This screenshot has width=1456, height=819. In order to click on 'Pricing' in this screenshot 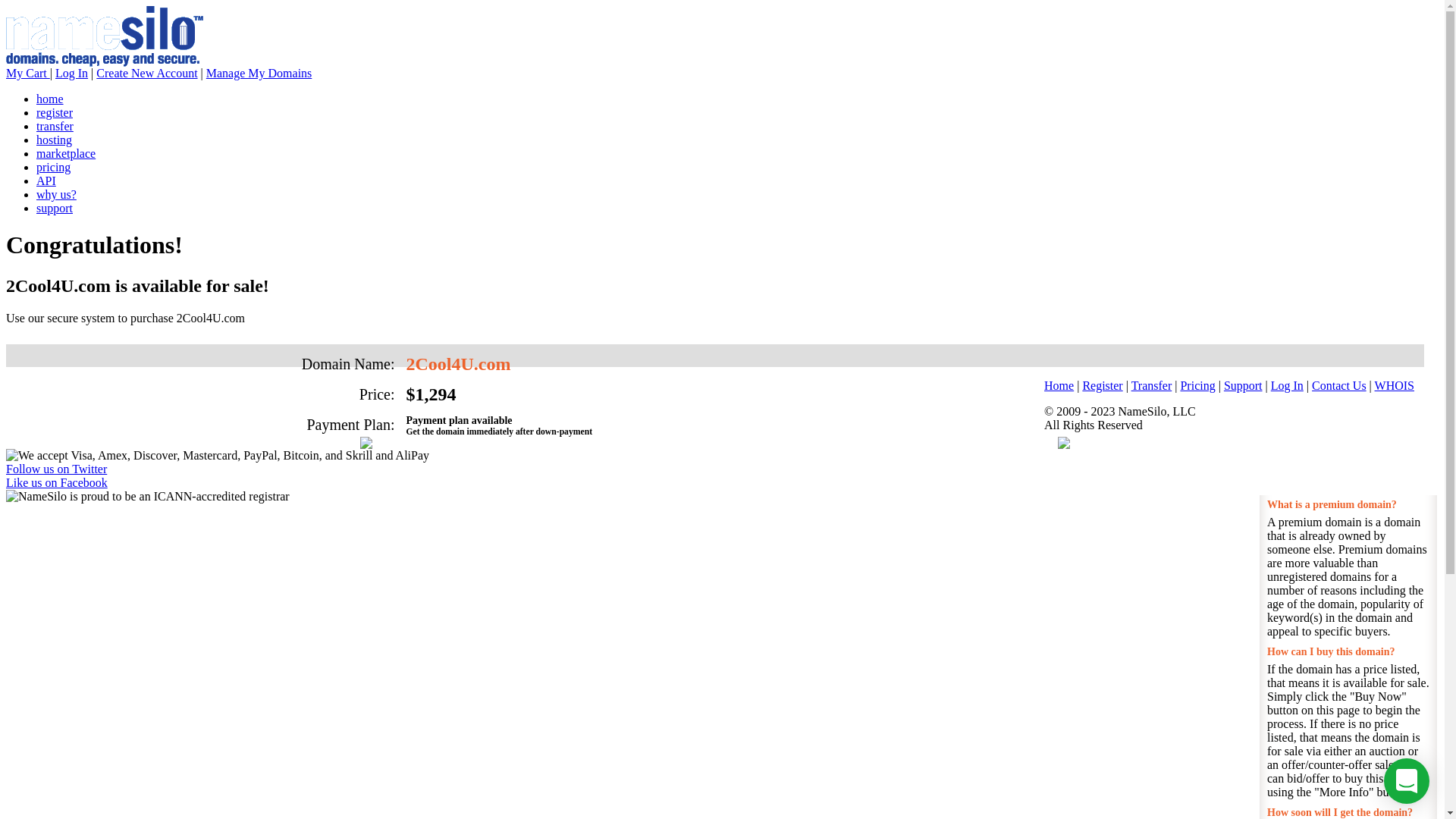, I will do `click(1197, 384)`.